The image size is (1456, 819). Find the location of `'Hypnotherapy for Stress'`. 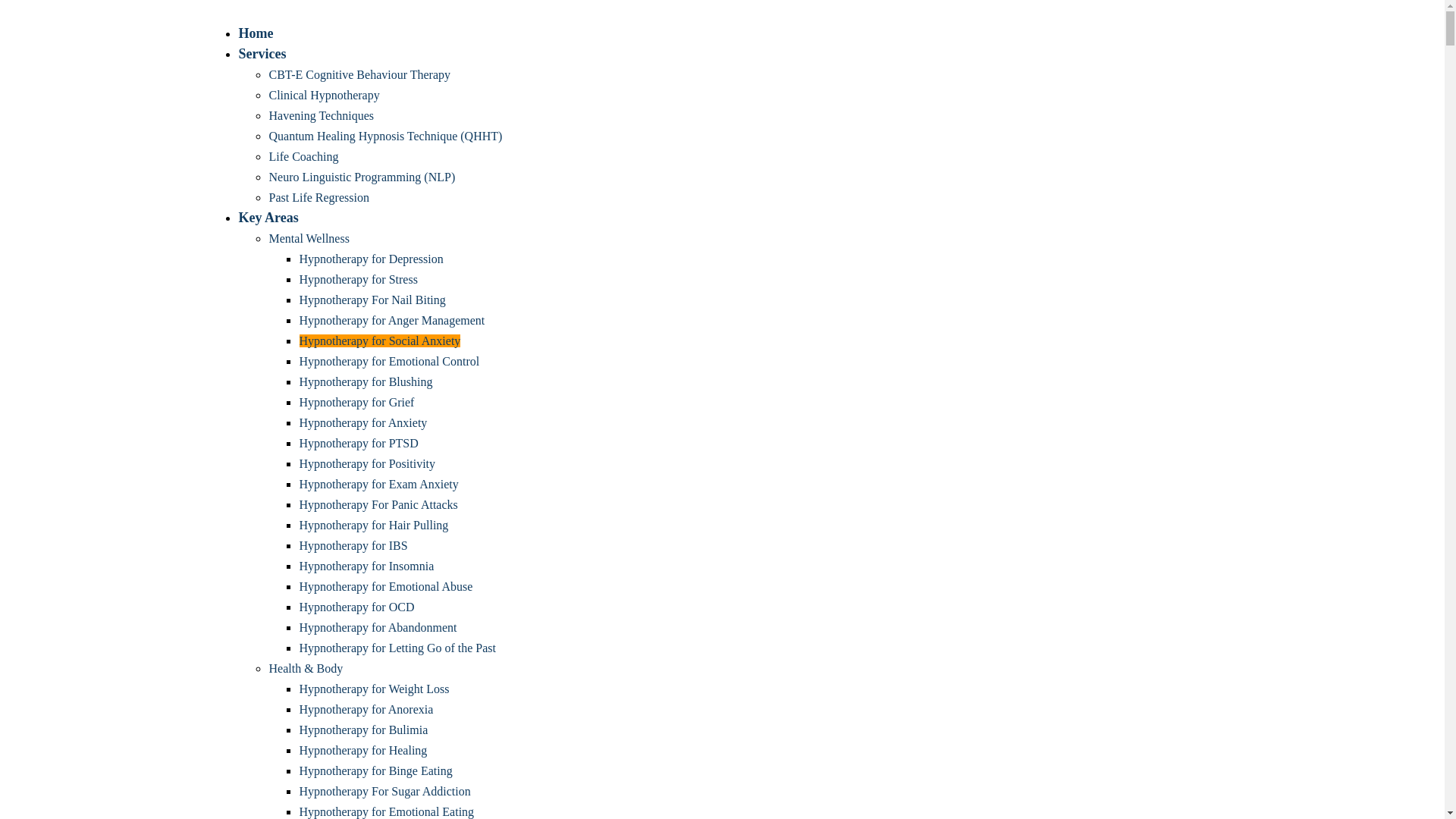

'Hypnotherapy for Stress' is located at coordinates (356, 279).